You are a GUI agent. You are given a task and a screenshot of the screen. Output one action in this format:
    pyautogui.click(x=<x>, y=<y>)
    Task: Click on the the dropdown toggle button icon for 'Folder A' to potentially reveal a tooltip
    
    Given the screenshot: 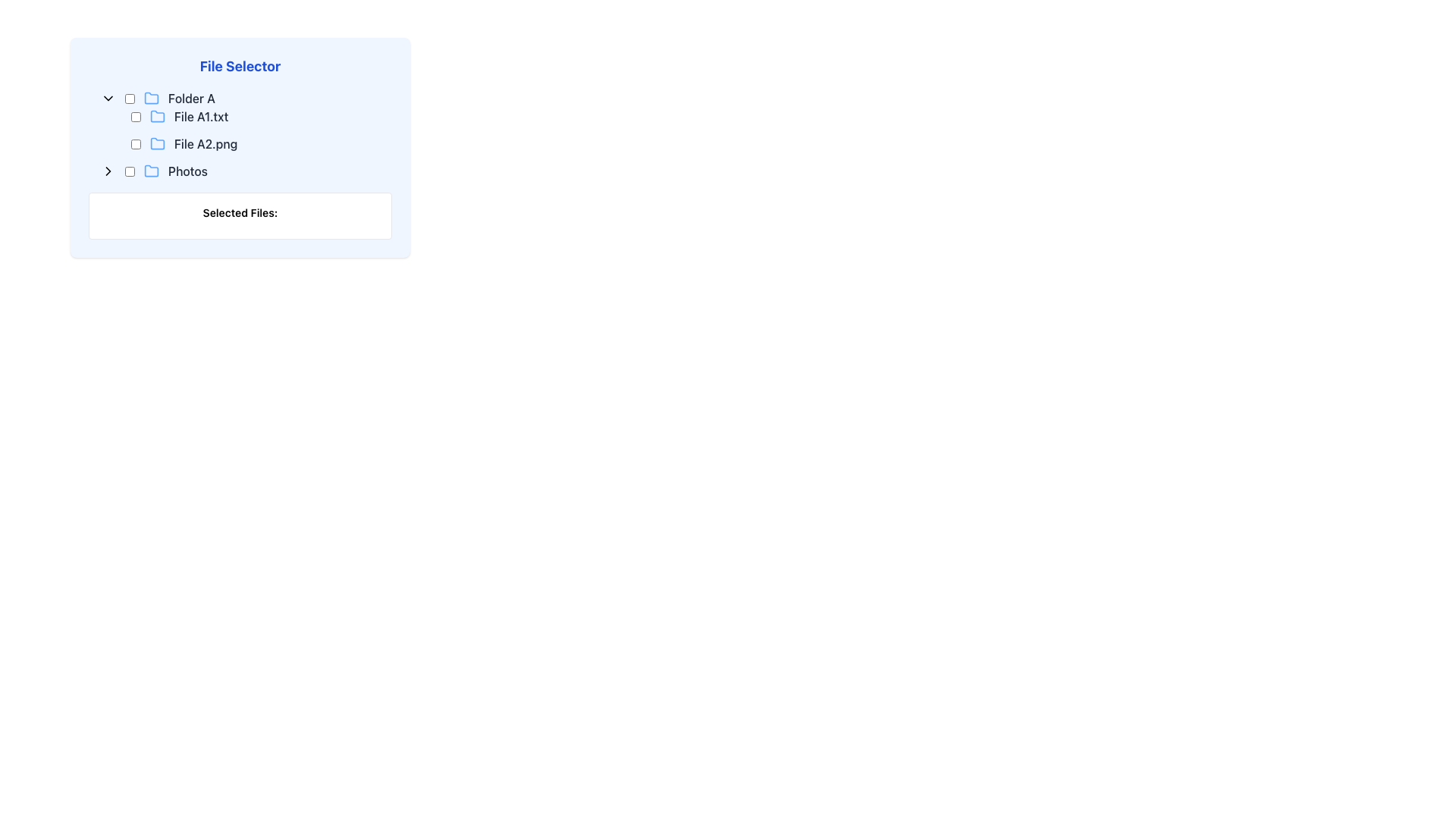 What is the action you would take?
    pyautogui.click(x=108, y=99)
    